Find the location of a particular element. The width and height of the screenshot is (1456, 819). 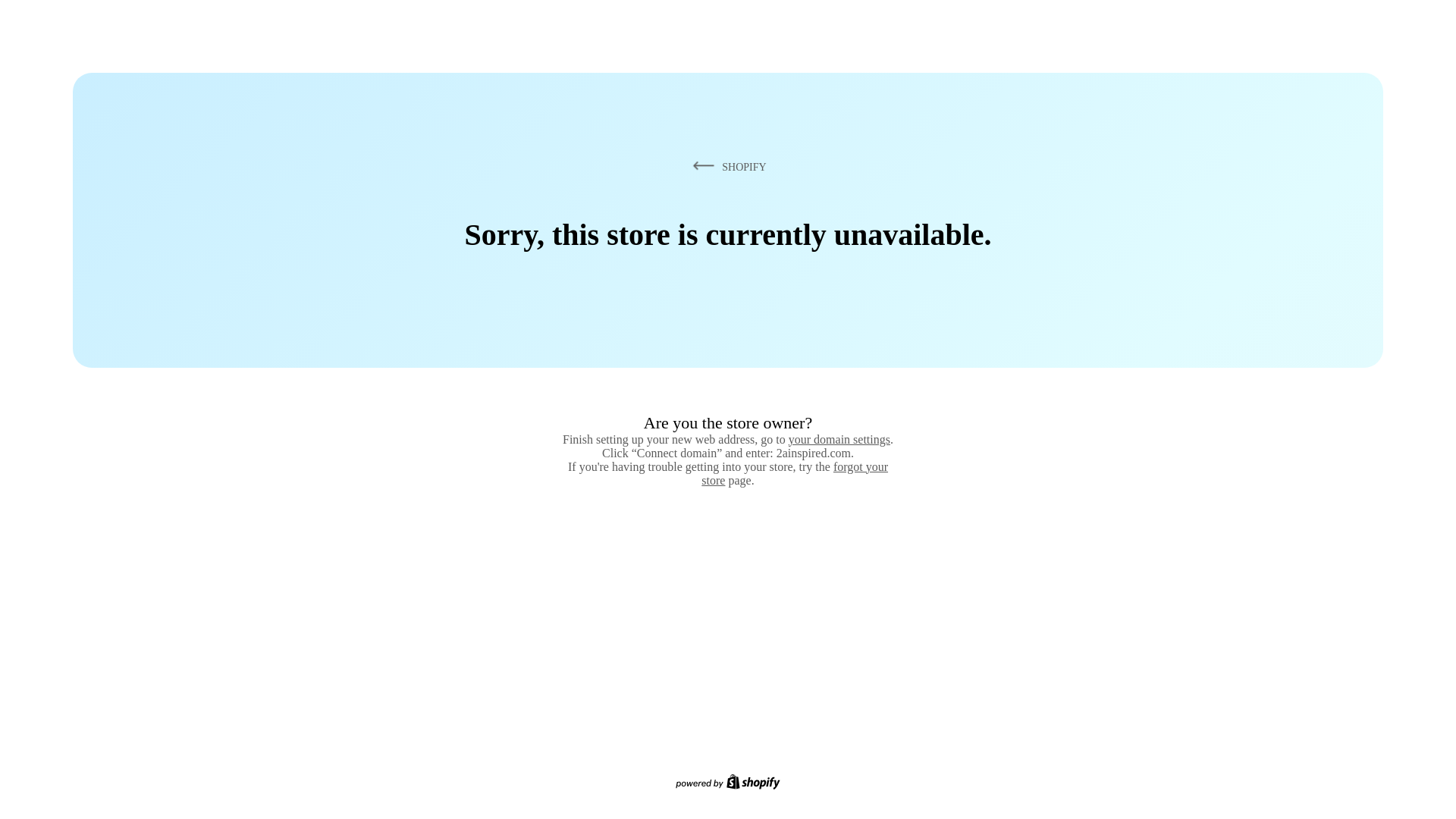

'forgot your store' is located at coordinates (701, 472).